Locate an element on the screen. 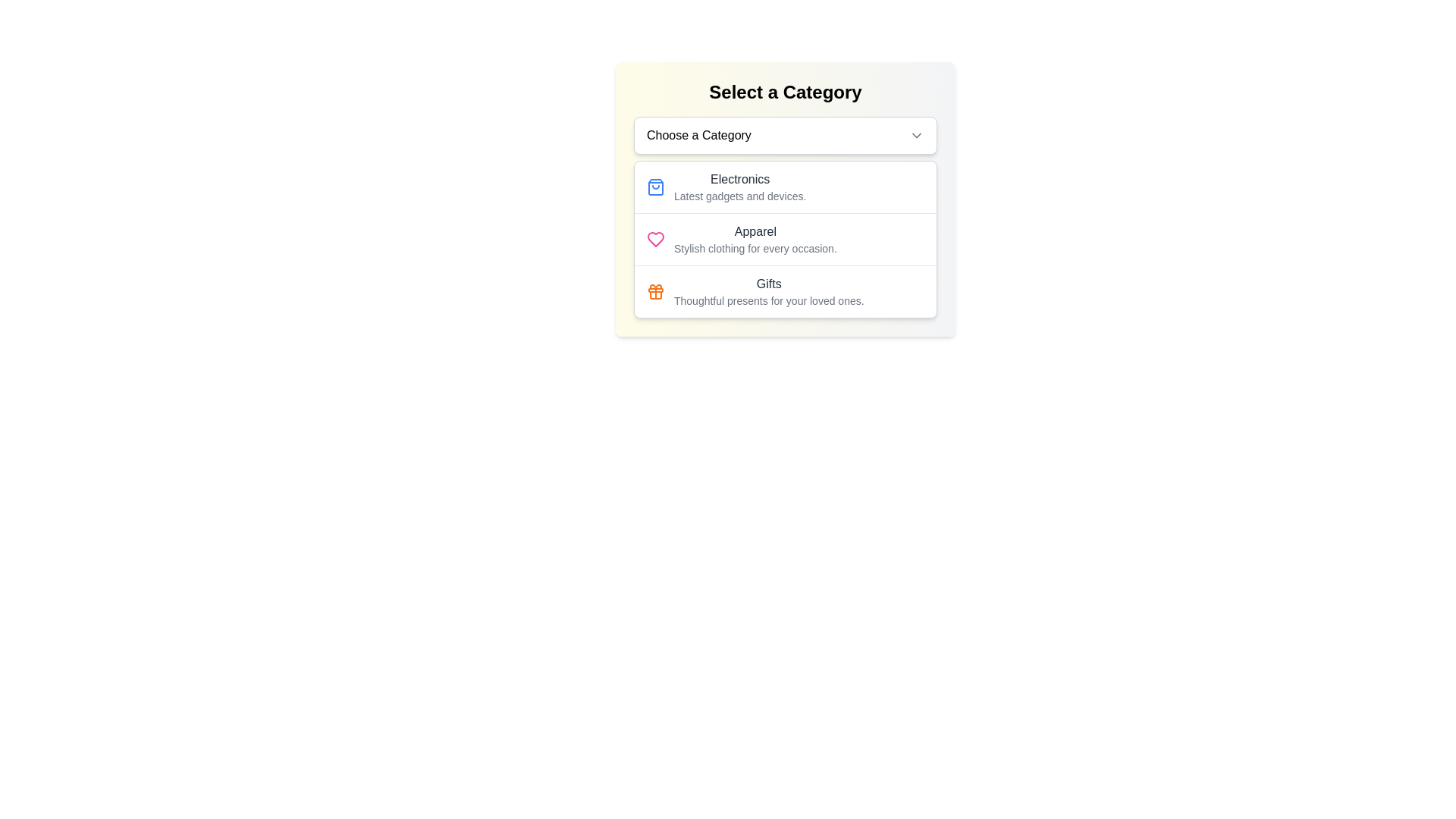 Image resolution: width=1456 pixels, height=819 pixels. the text label displaying 'Electronics' for accessibility navigation is located at coordinates (740, 178).